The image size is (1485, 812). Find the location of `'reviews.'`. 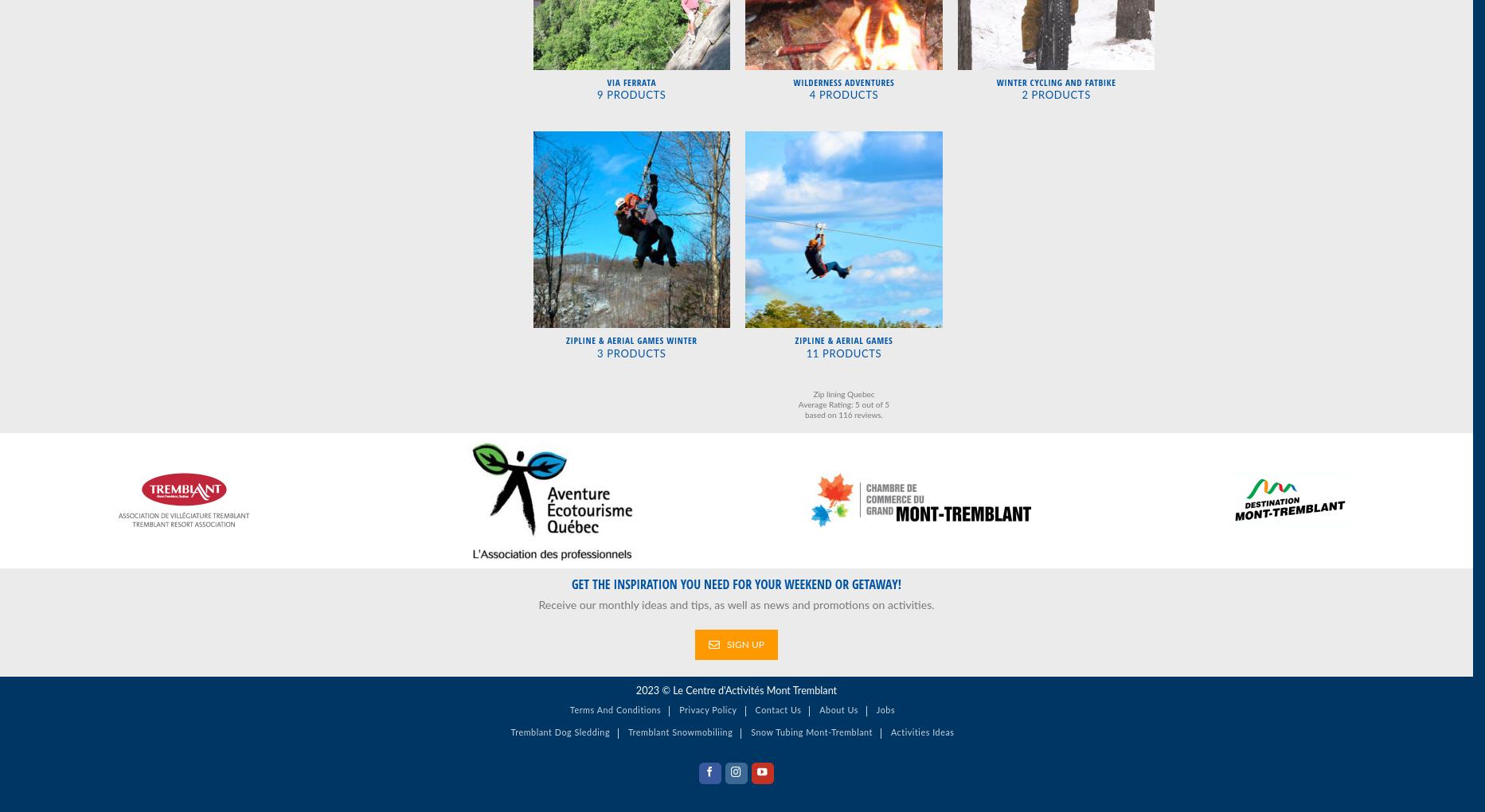

'reviews.' is located at coordinates (867, 414).